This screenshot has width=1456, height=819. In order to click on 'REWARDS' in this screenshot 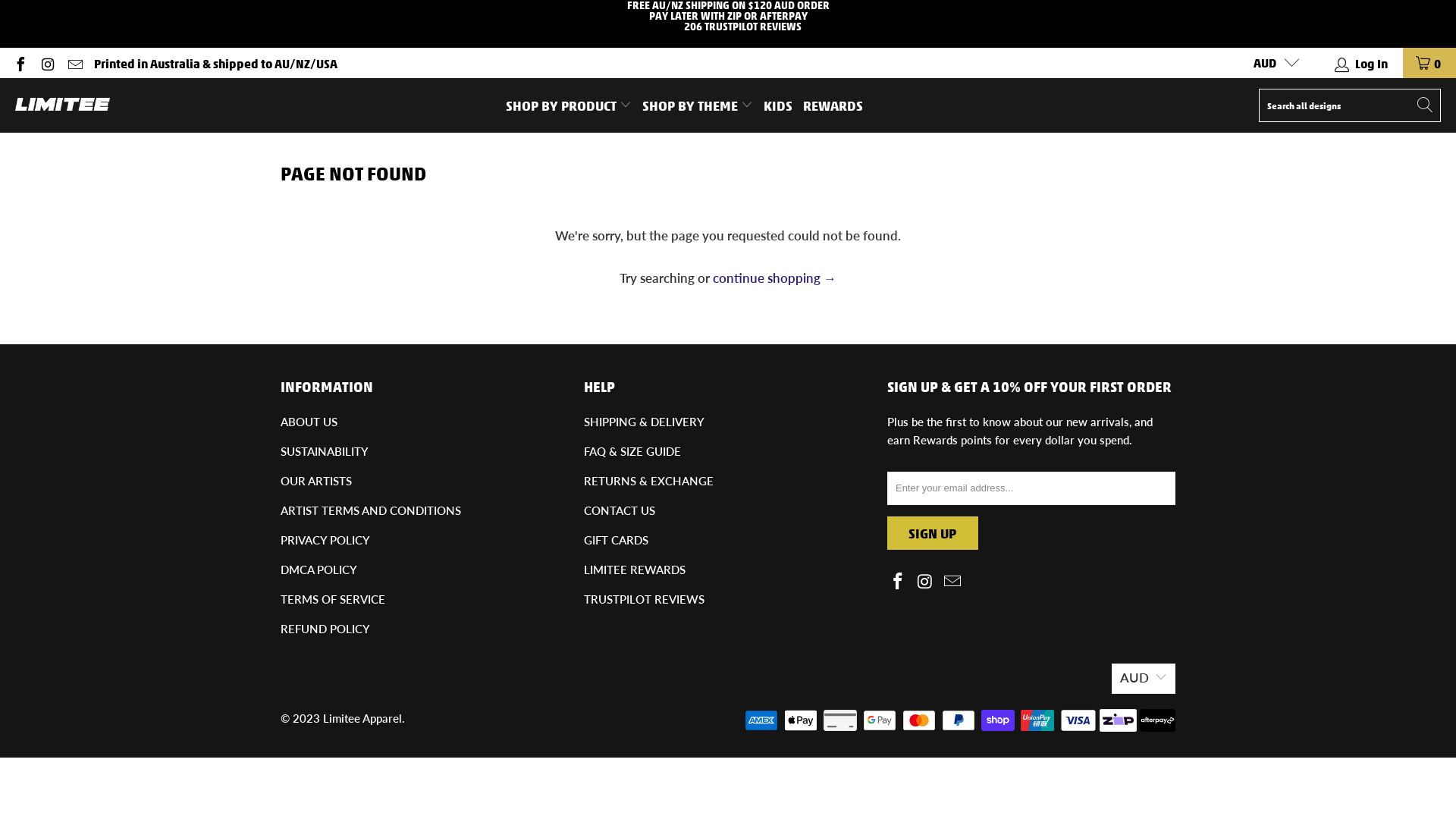, I will do `click(832, 104)`.